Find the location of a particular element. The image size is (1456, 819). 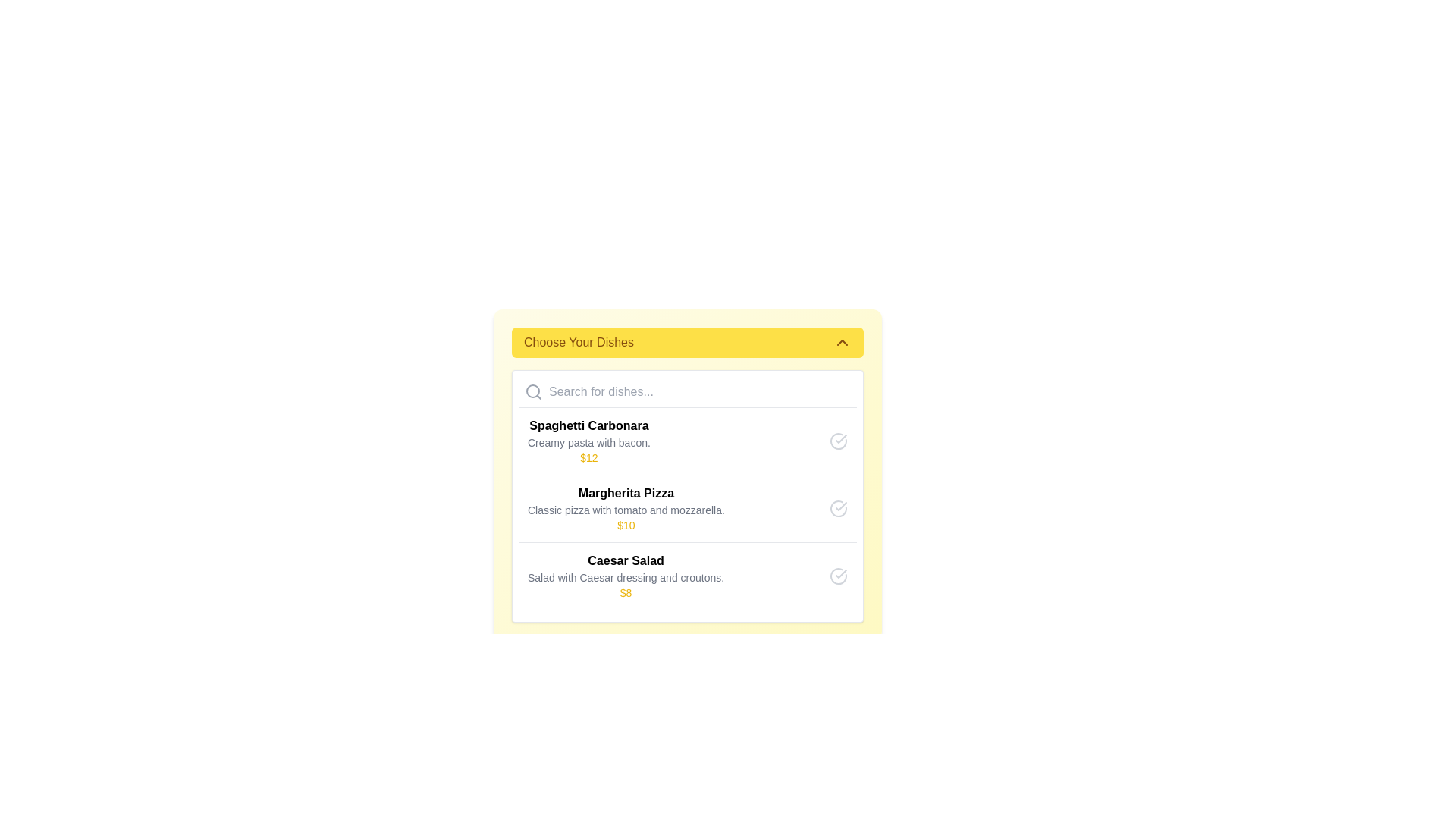

the 'Caesar Salad' menu item, which displays the dish name, description, price, and a checkmark icon is located at coordinates (687, 576).